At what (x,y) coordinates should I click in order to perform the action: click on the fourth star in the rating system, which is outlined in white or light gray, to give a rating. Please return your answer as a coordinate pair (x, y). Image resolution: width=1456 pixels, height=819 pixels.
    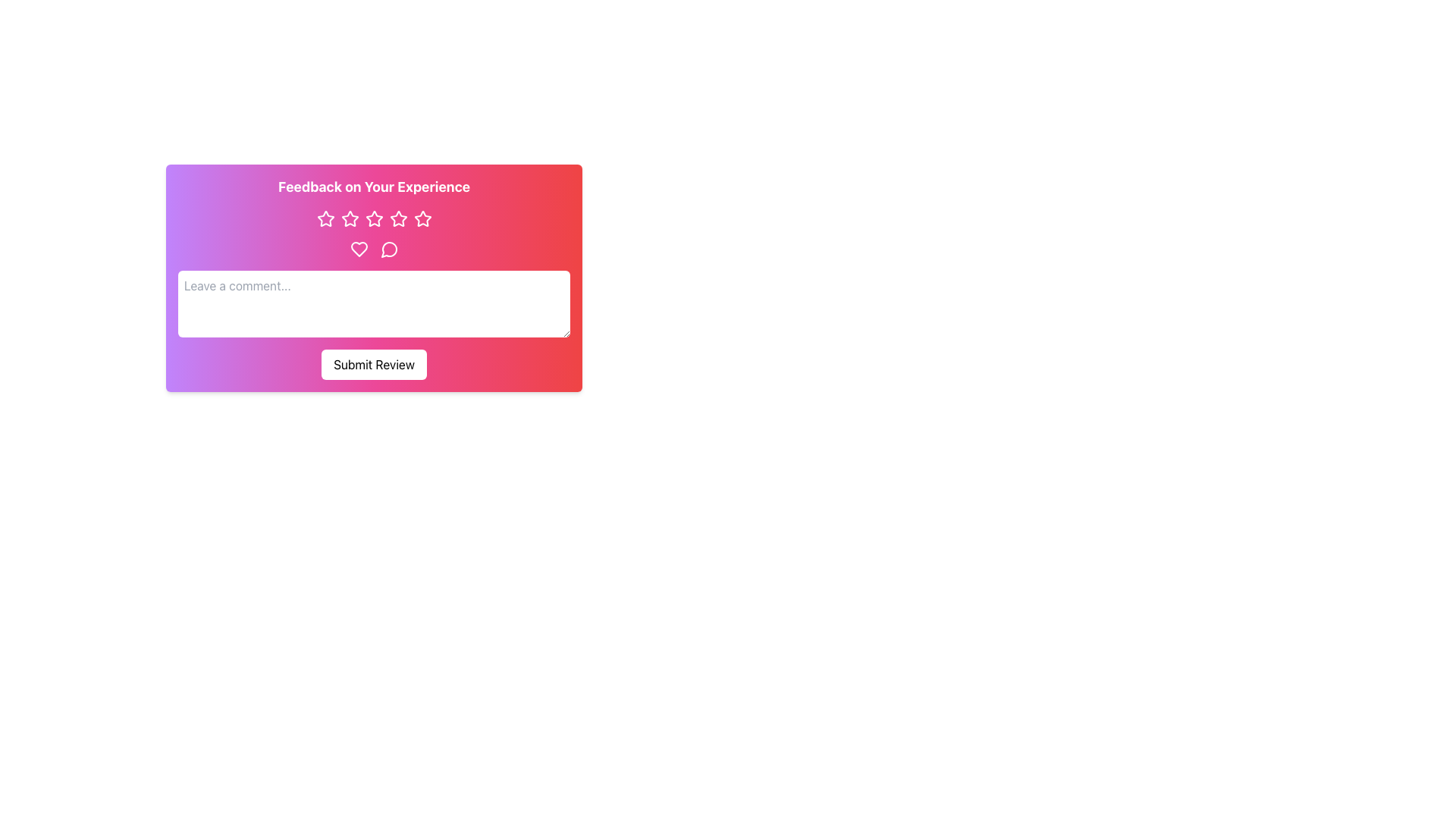
    Looking at the image, I should click on (374, 219).